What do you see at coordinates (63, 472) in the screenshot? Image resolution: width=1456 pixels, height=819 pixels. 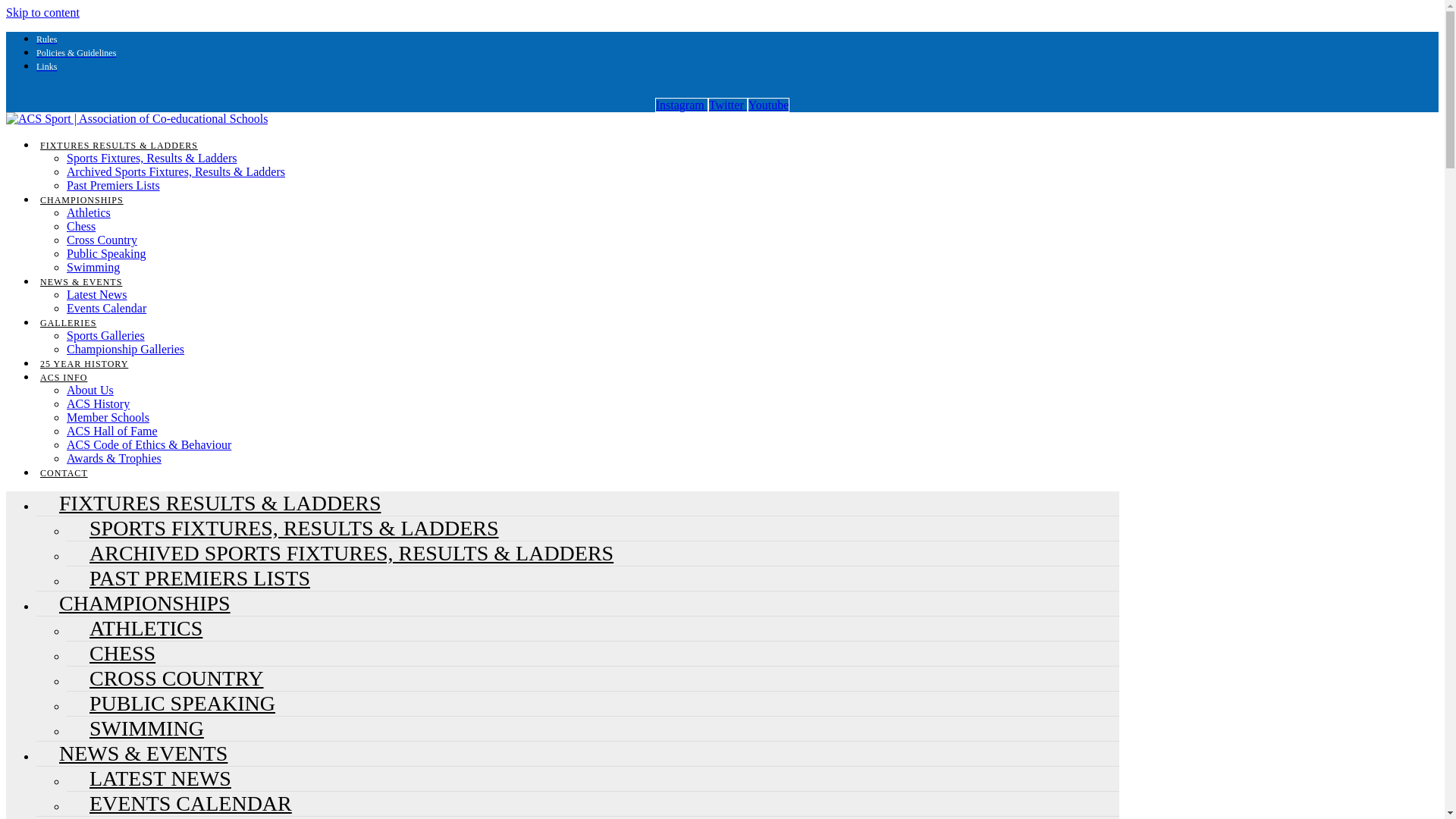 I see `'CONTACT'` at bounding box center [63, 472].